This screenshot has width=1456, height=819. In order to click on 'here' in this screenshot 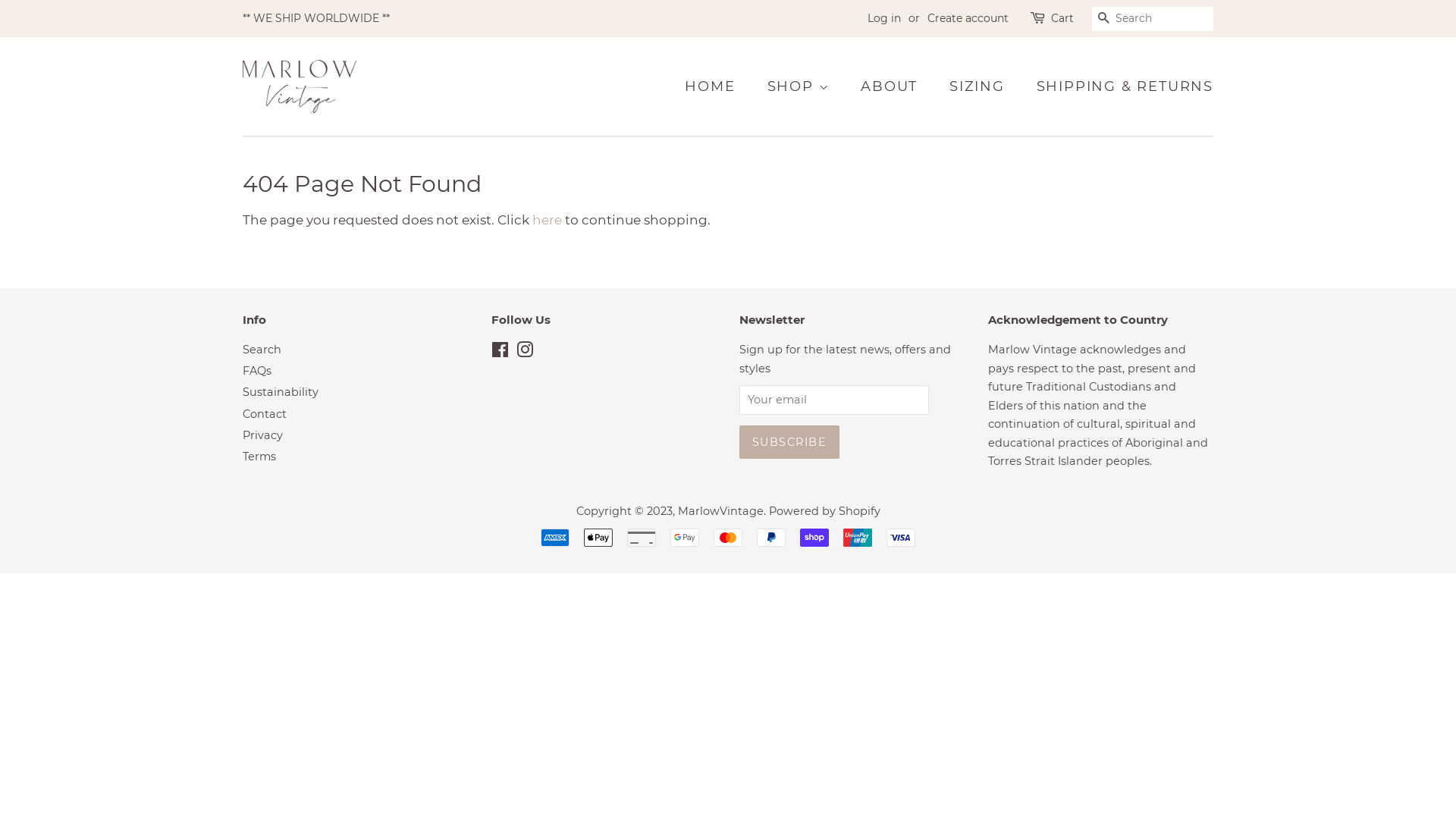, I will do `click(546, 219)`.